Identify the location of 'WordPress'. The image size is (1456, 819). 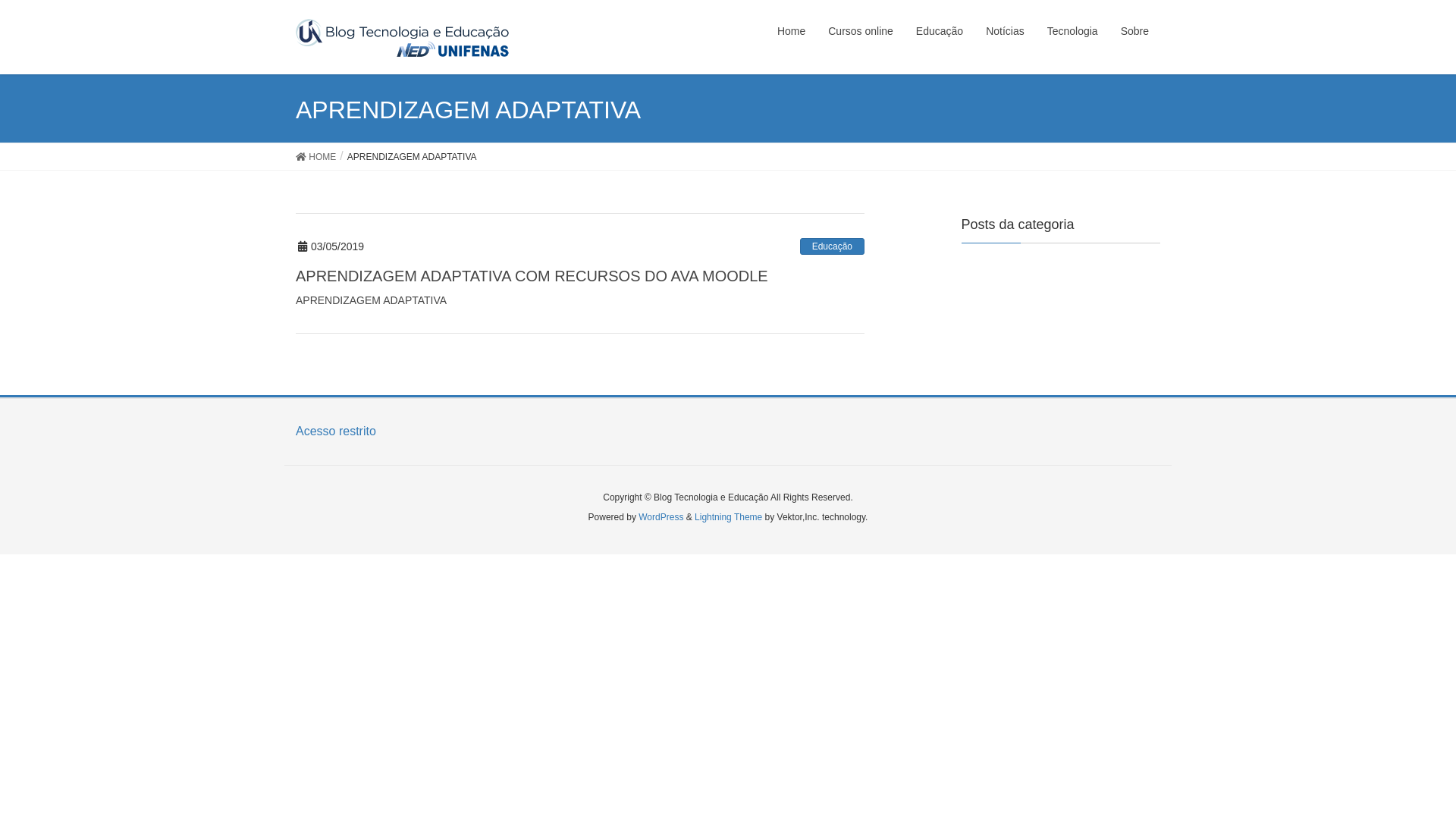
(661, 516).